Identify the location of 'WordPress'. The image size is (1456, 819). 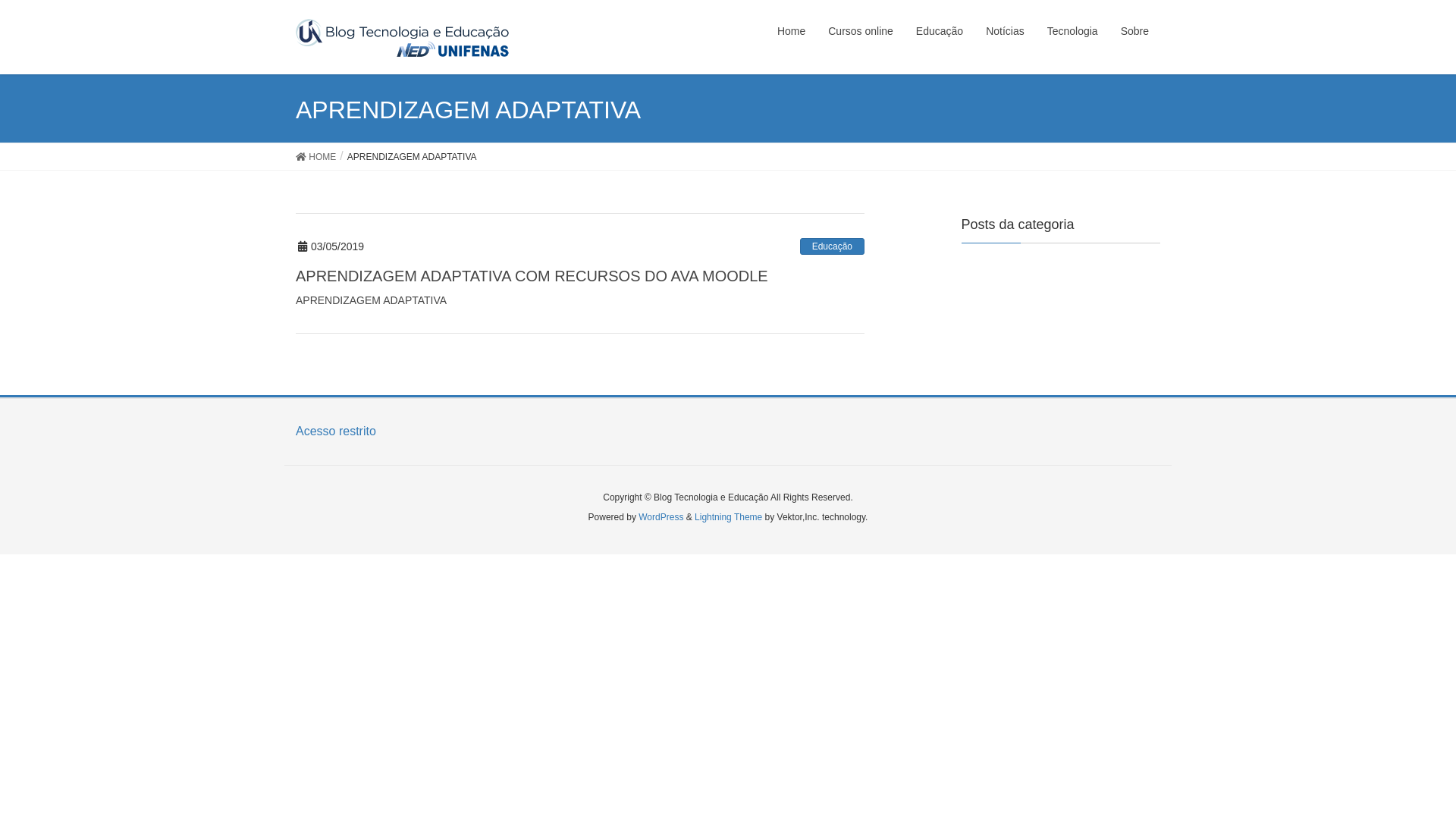
(661, 516).